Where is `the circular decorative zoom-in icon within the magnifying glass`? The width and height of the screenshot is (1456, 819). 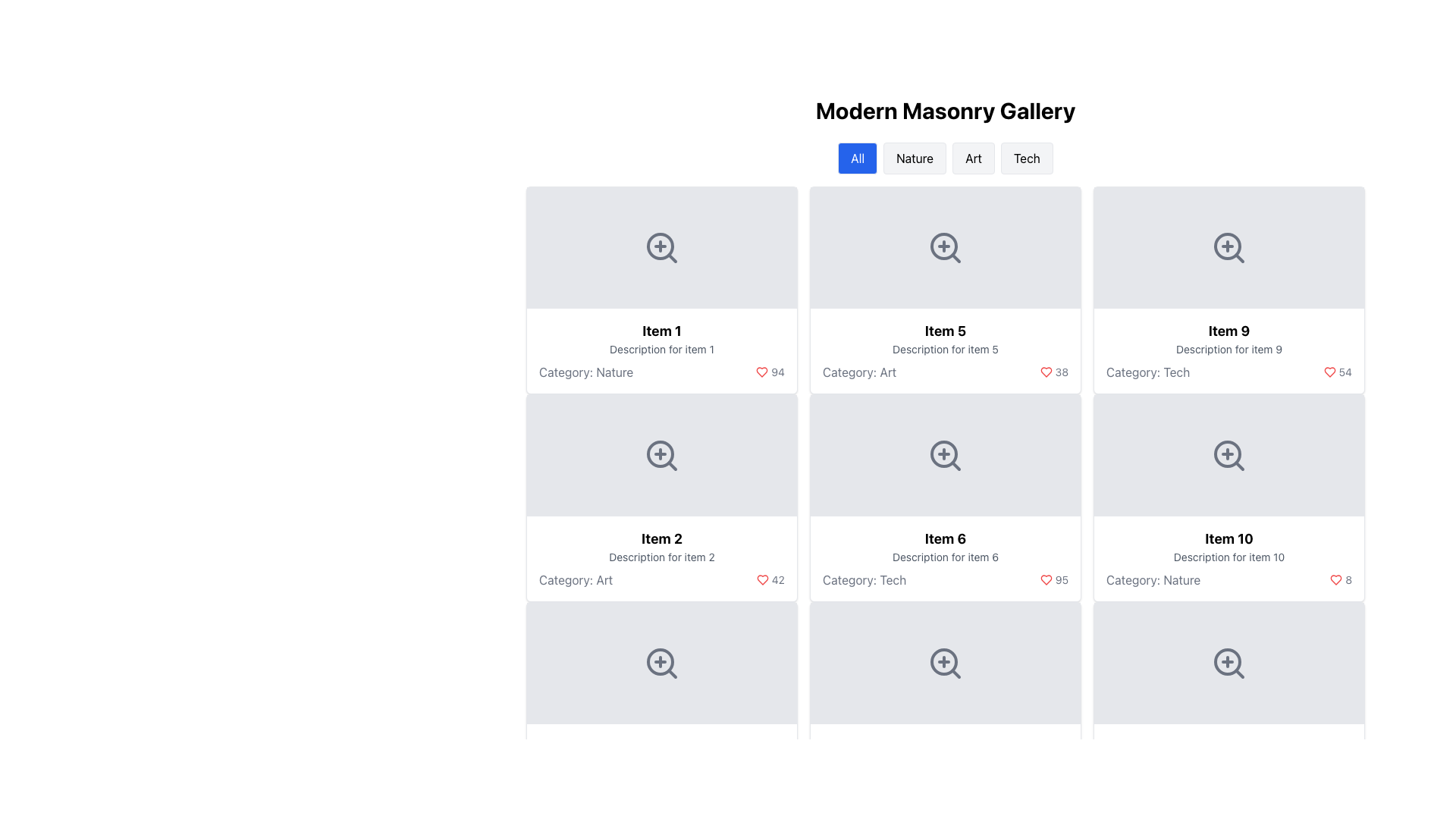
the circular decorative zoom-in icon within the magnifying glass is located at coordinates (943, 453).